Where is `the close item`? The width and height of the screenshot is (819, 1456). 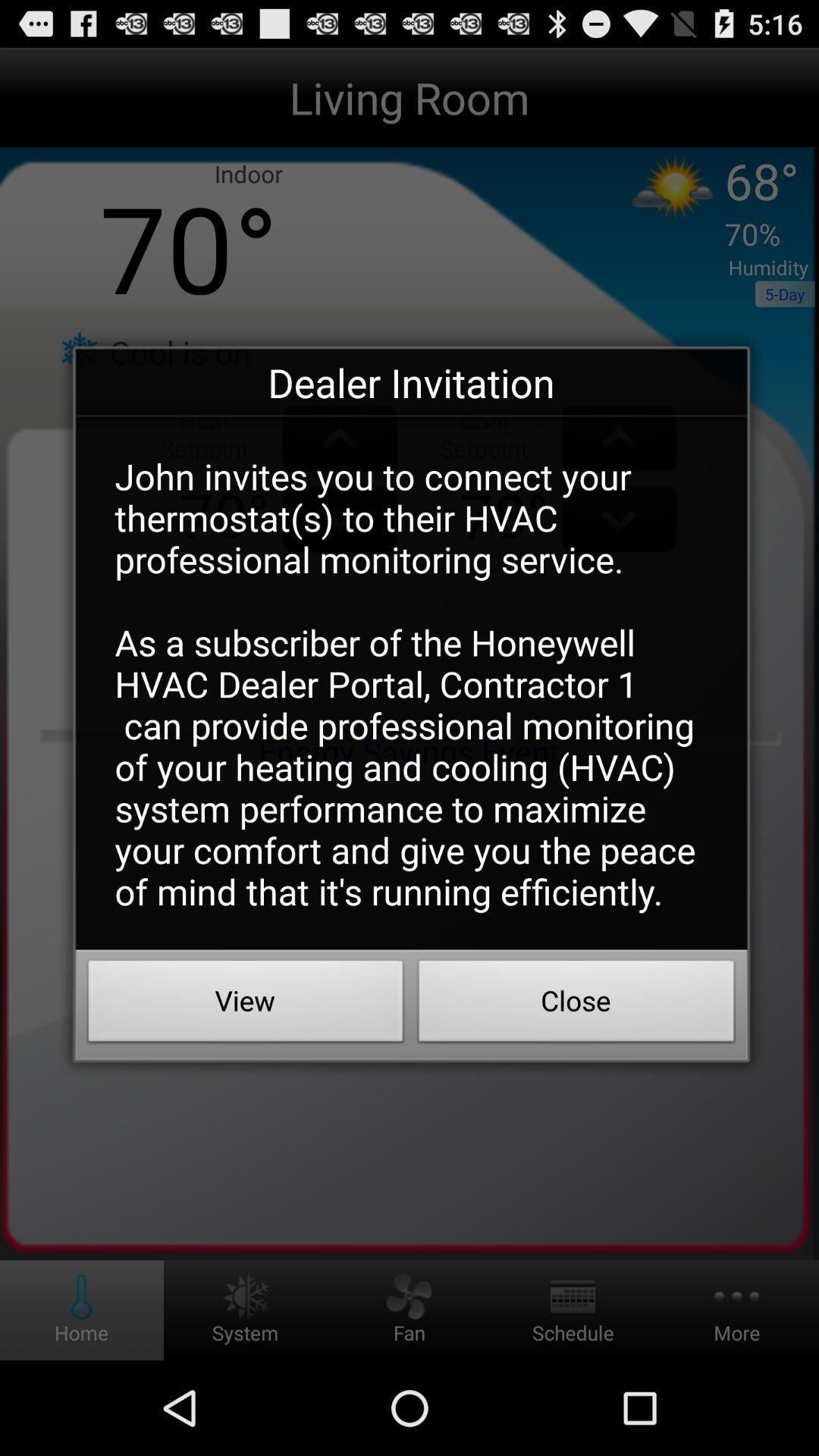
the close item is located at coordinates (576, 1005).